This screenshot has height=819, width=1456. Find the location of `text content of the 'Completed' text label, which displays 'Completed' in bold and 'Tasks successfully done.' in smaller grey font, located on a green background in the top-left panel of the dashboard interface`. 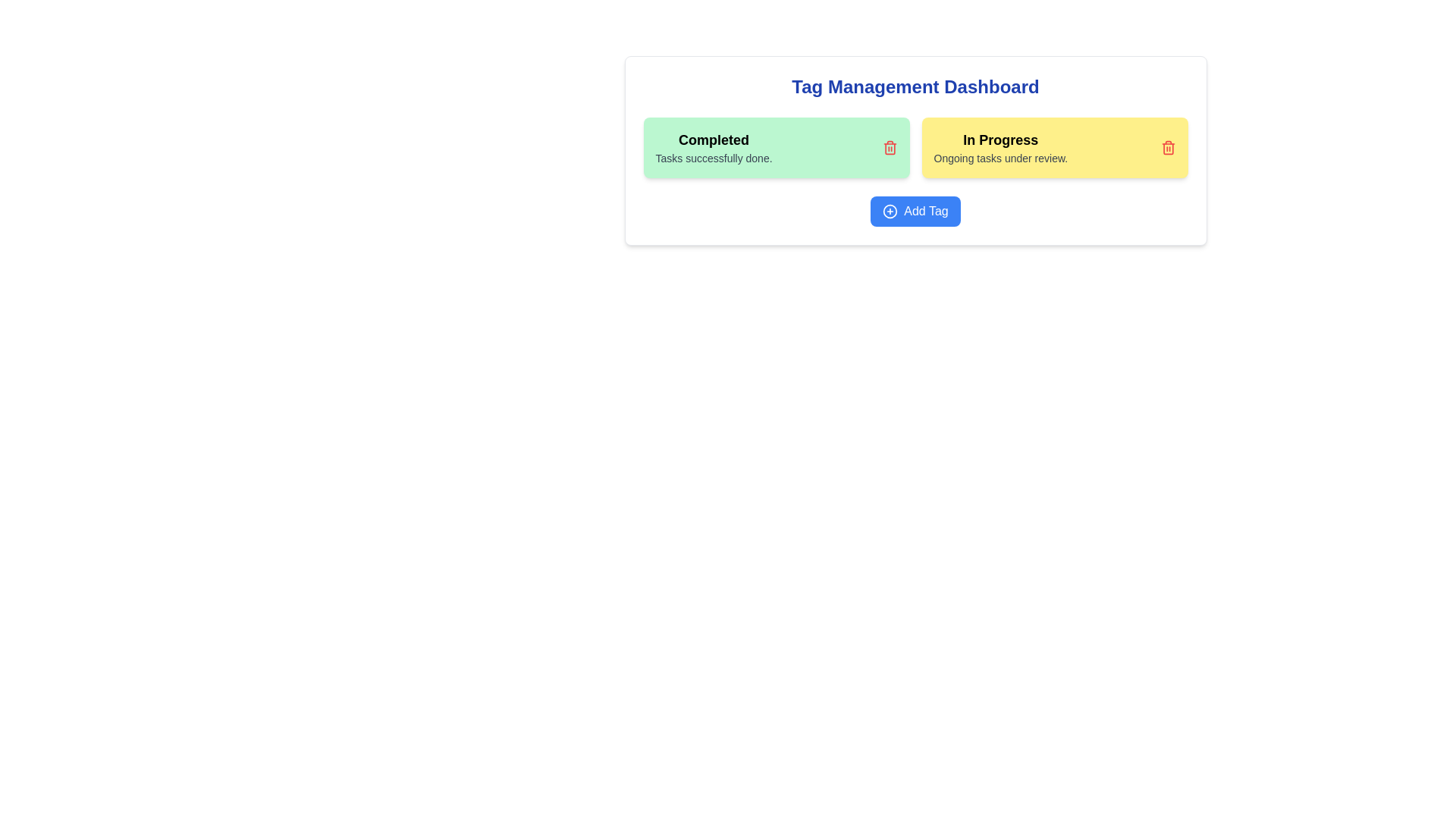

text content of the 'Completed' text label, which displays 'Completed' in bold and 'Tasks successfully done.' in smaller grey font, located on a green background in the top-left panel of the dashboard interface is located at coordinates (713, 148).